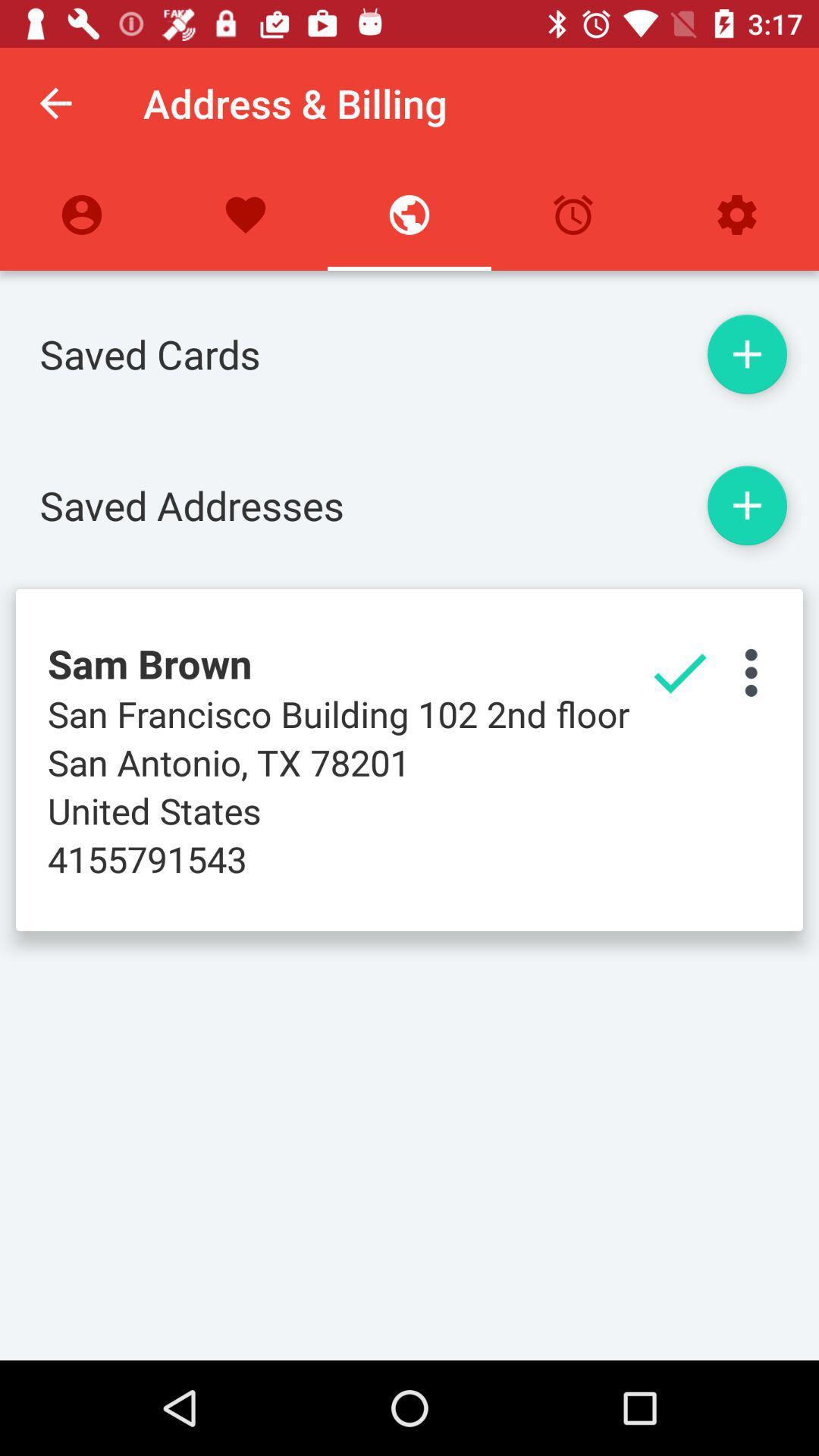  Describe the element at coordinates (746, 353) in the screenshot. I see `payment method` at that location.